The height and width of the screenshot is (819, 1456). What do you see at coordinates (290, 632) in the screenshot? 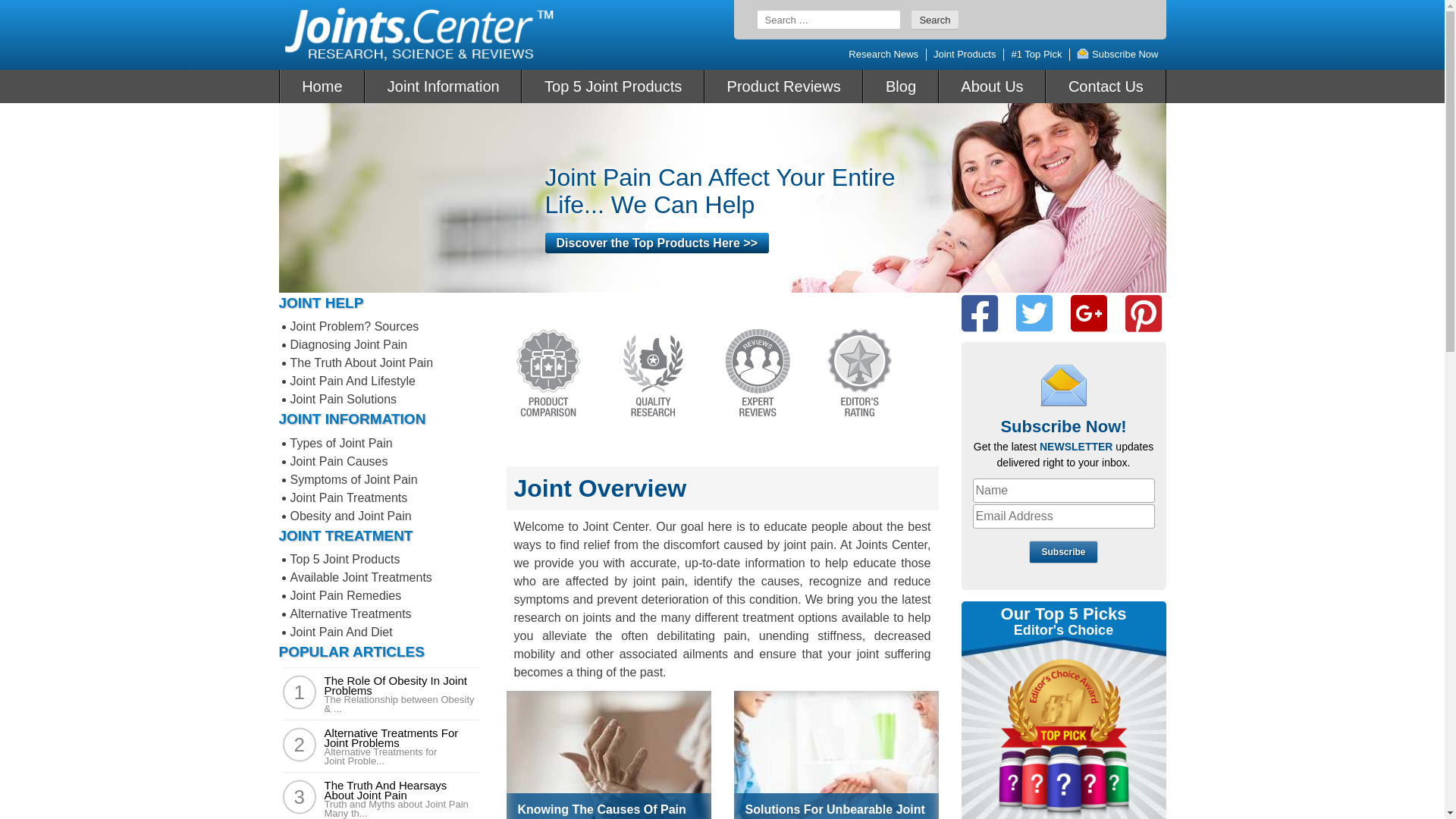
I see `'Joint Pain And Diet'` at bounding box center [290, 632].